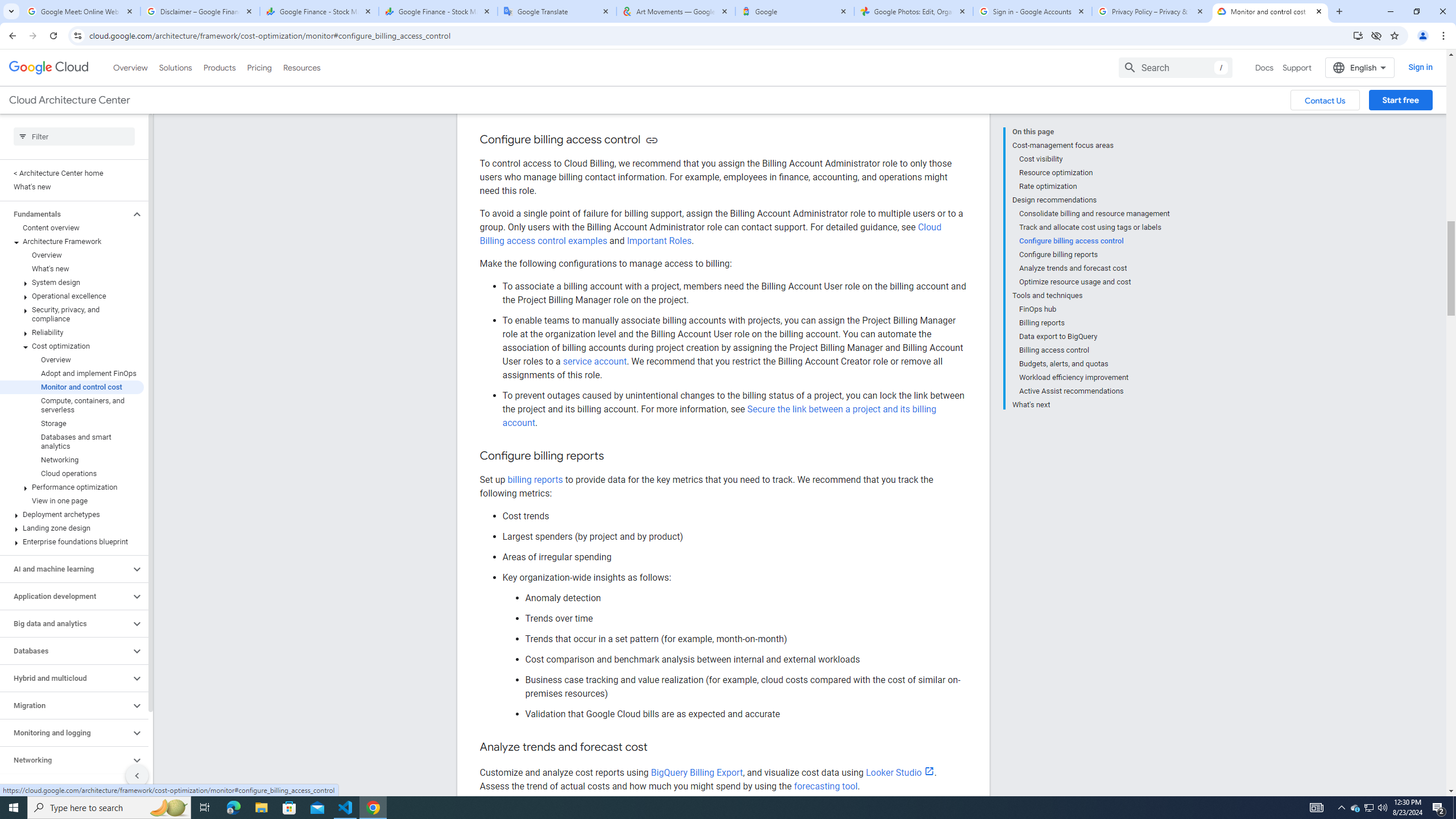  Describe the element at coordinates (593, 361) in the screenshot. I see `'service account'` at that location.